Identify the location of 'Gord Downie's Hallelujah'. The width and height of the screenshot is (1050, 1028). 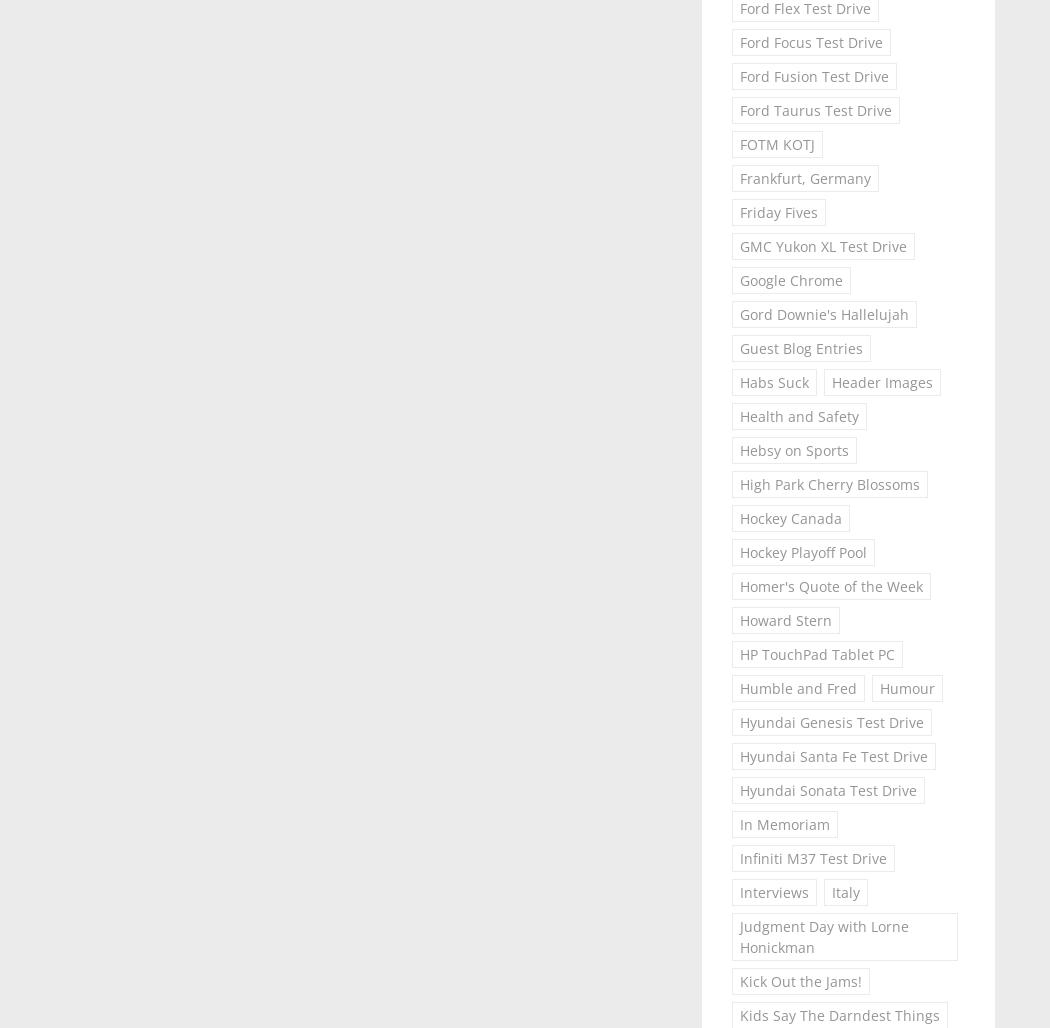
(822, 314).